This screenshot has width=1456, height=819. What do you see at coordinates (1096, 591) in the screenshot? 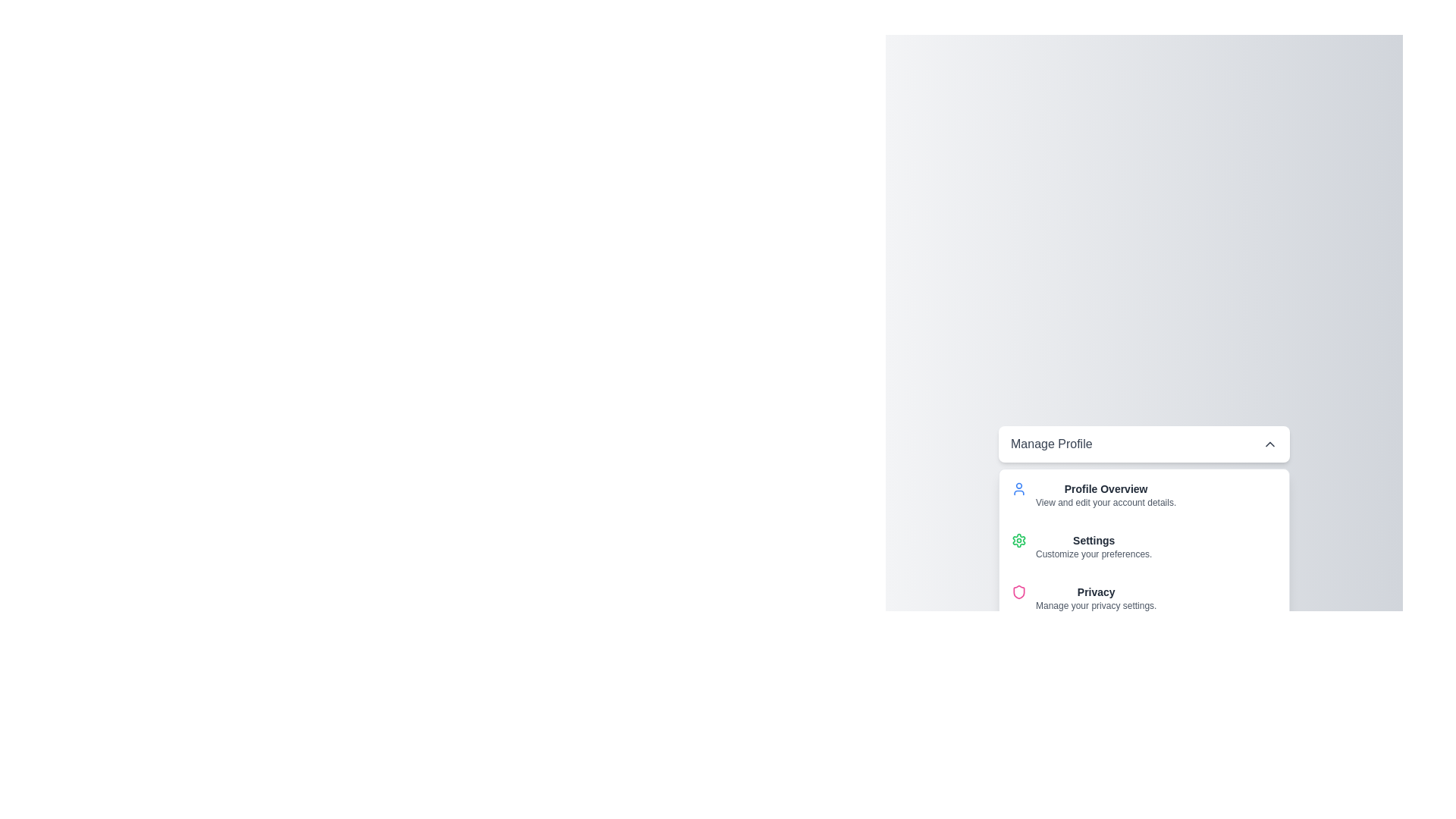
I see `the 'Privacy' text label, which is styled with a bold font in dark gray and located below the 'Settings' option in the menu list` at bounding box center [1096, 591].